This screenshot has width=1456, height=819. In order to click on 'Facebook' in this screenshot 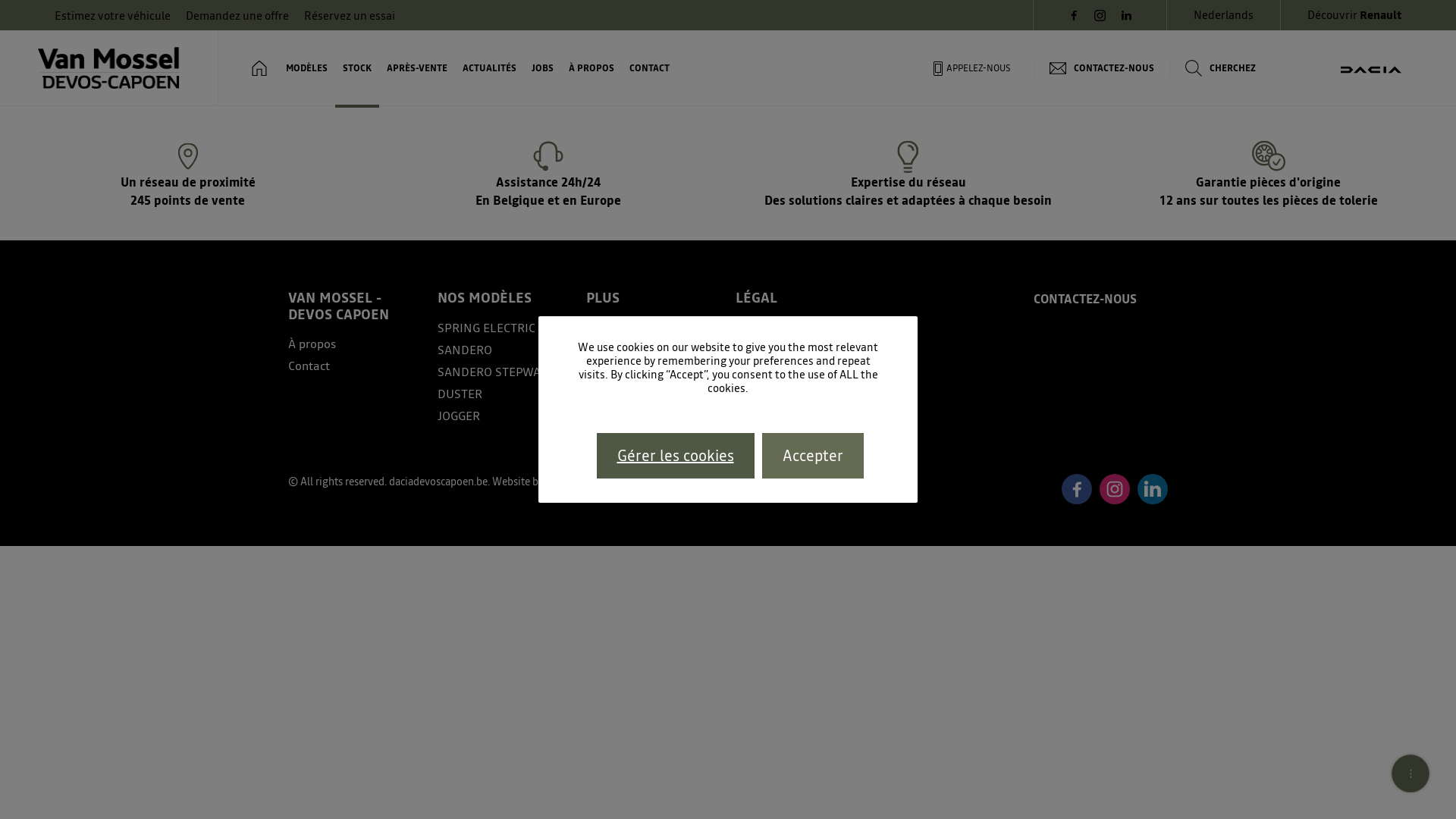, I will do `click(1061, 488)`.